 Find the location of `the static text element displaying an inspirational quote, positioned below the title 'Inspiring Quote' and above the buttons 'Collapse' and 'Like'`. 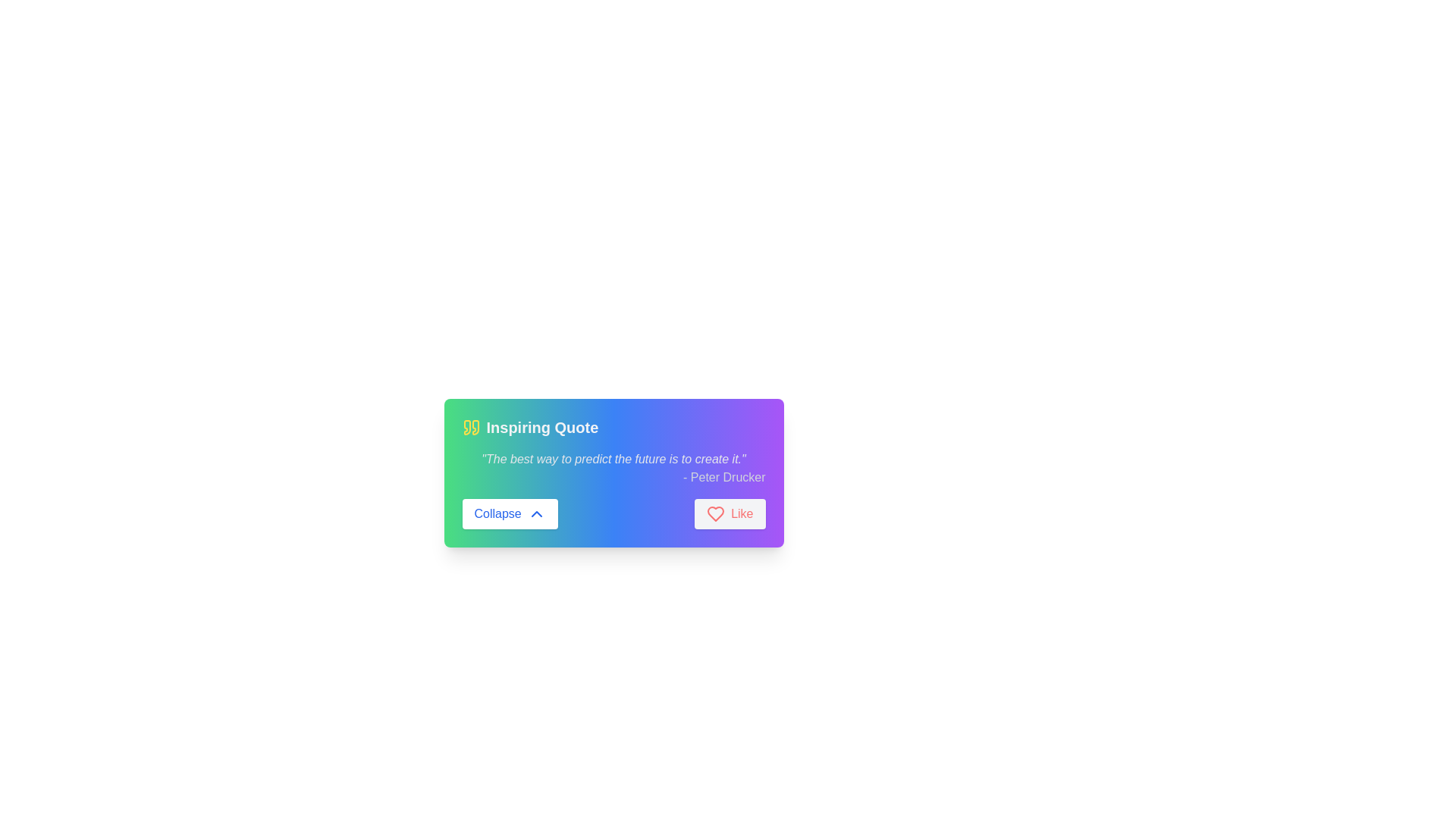

the static text element displaying an inspirational quote, positioned below the title 'Inspiring Quote' and above the buttons 'Collapse' and 'Like' is located at coordinates (613, 467).